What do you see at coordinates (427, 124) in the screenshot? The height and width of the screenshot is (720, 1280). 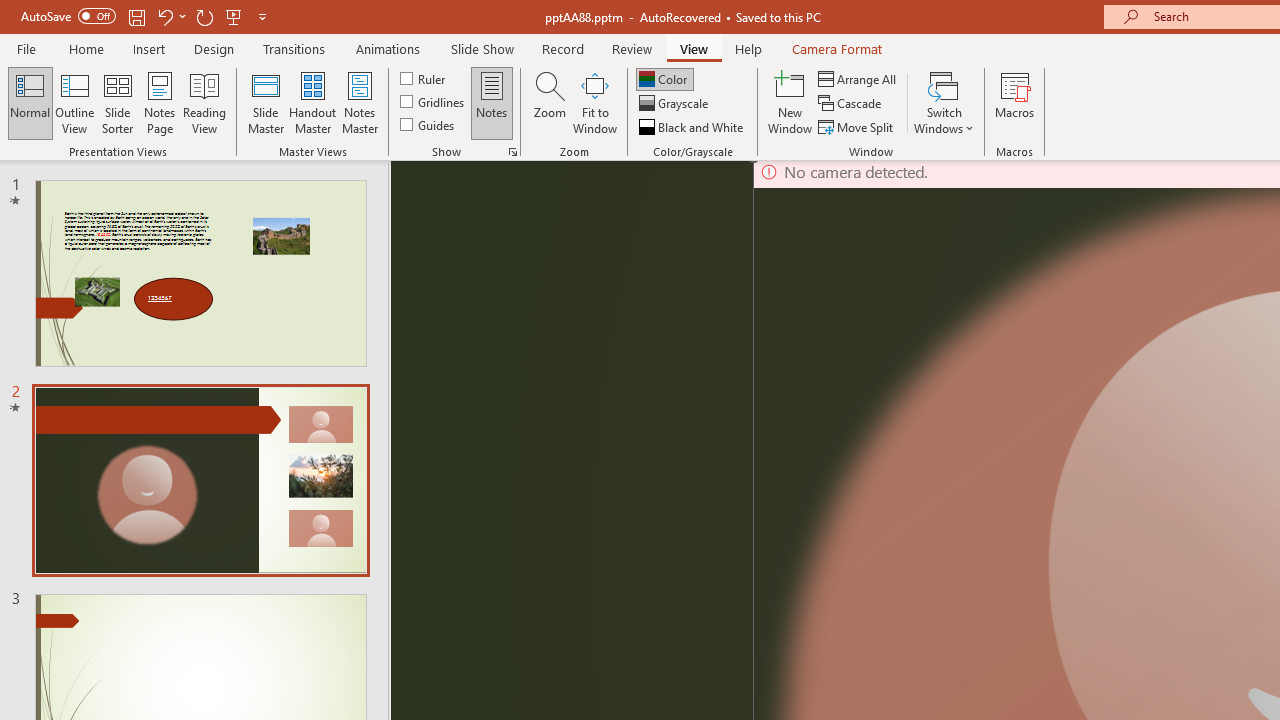 I see `'Guides'` at bounding box center [427, 124].